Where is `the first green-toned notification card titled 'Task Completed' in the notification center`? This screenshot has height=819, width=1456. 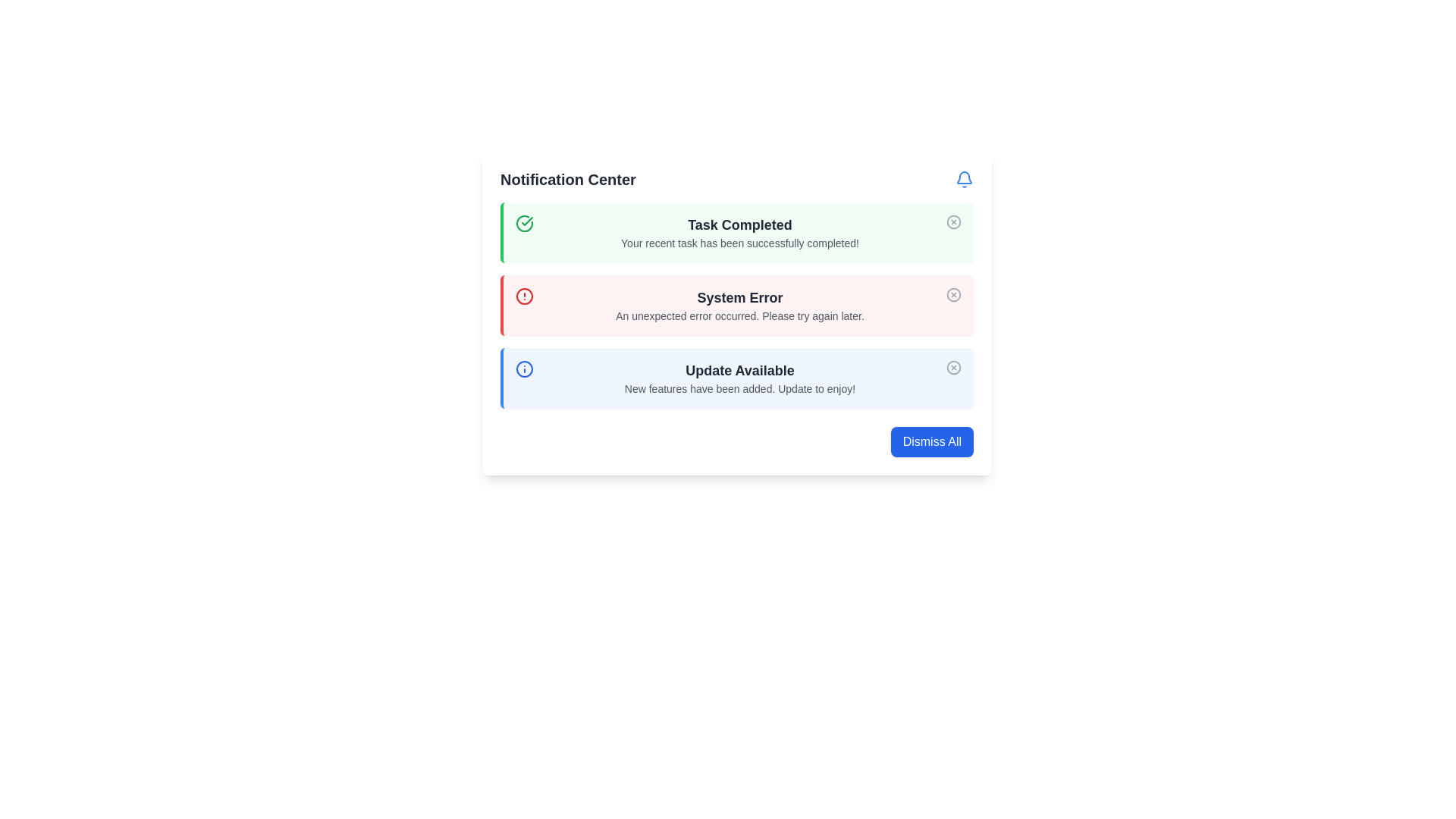
the first green-toned notification card titled 'Task Completed' in the notification center is located at coordinates (736, 233).